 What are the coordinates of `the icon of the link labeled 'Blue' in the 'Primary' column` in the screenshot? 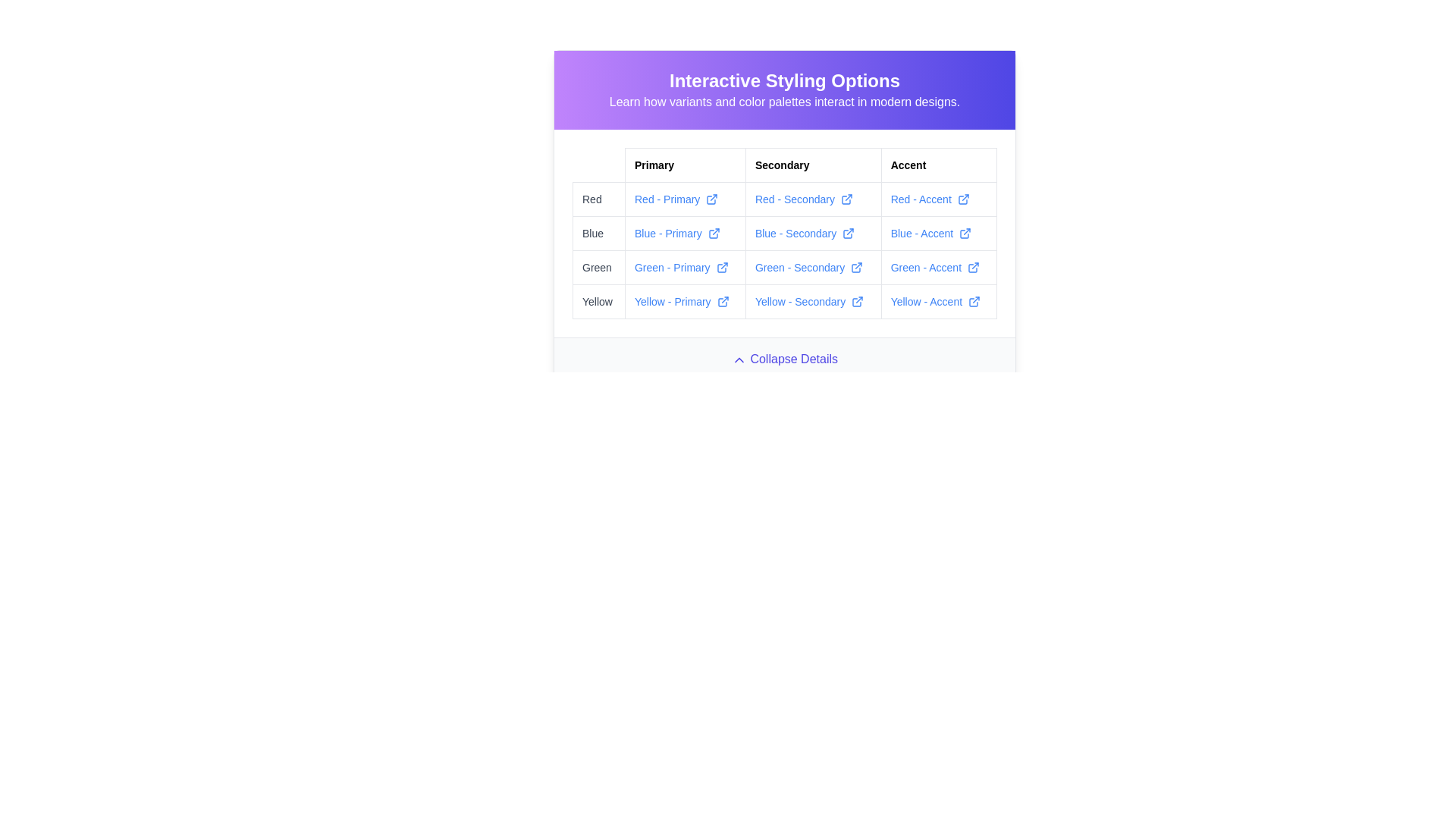 It's located at (684, 234).